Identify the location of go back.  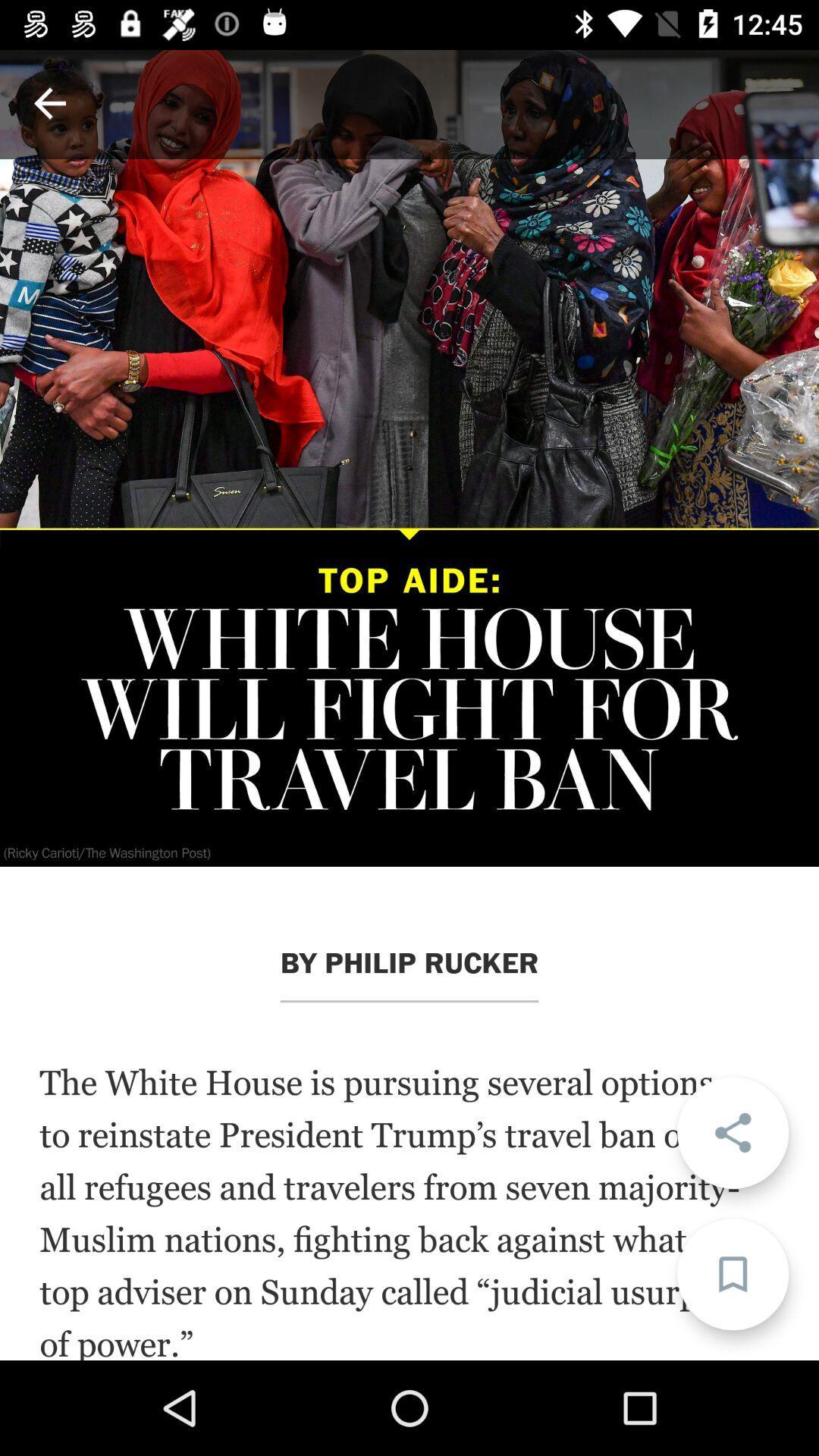
(49, 102).